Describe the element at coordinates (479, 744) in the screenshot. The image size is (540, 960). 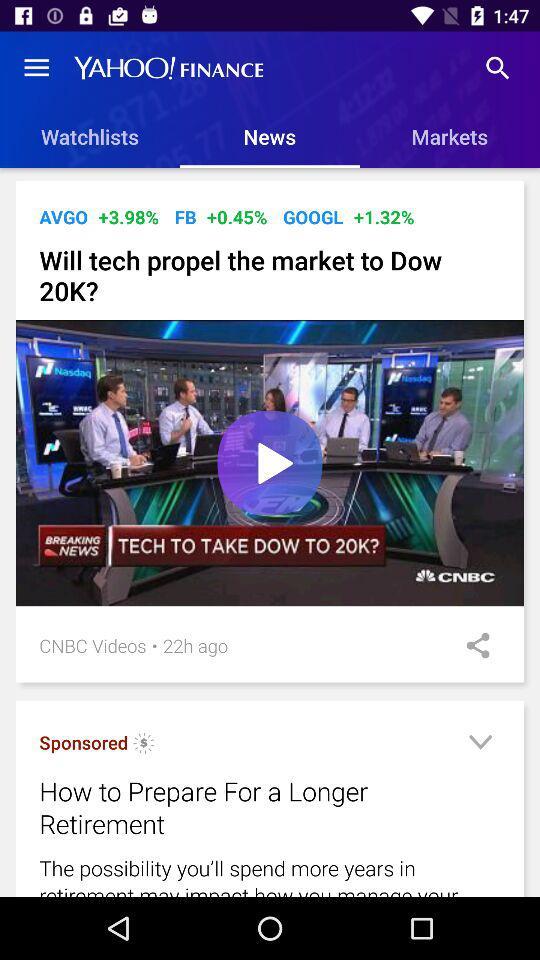
I see `go down` at that location.